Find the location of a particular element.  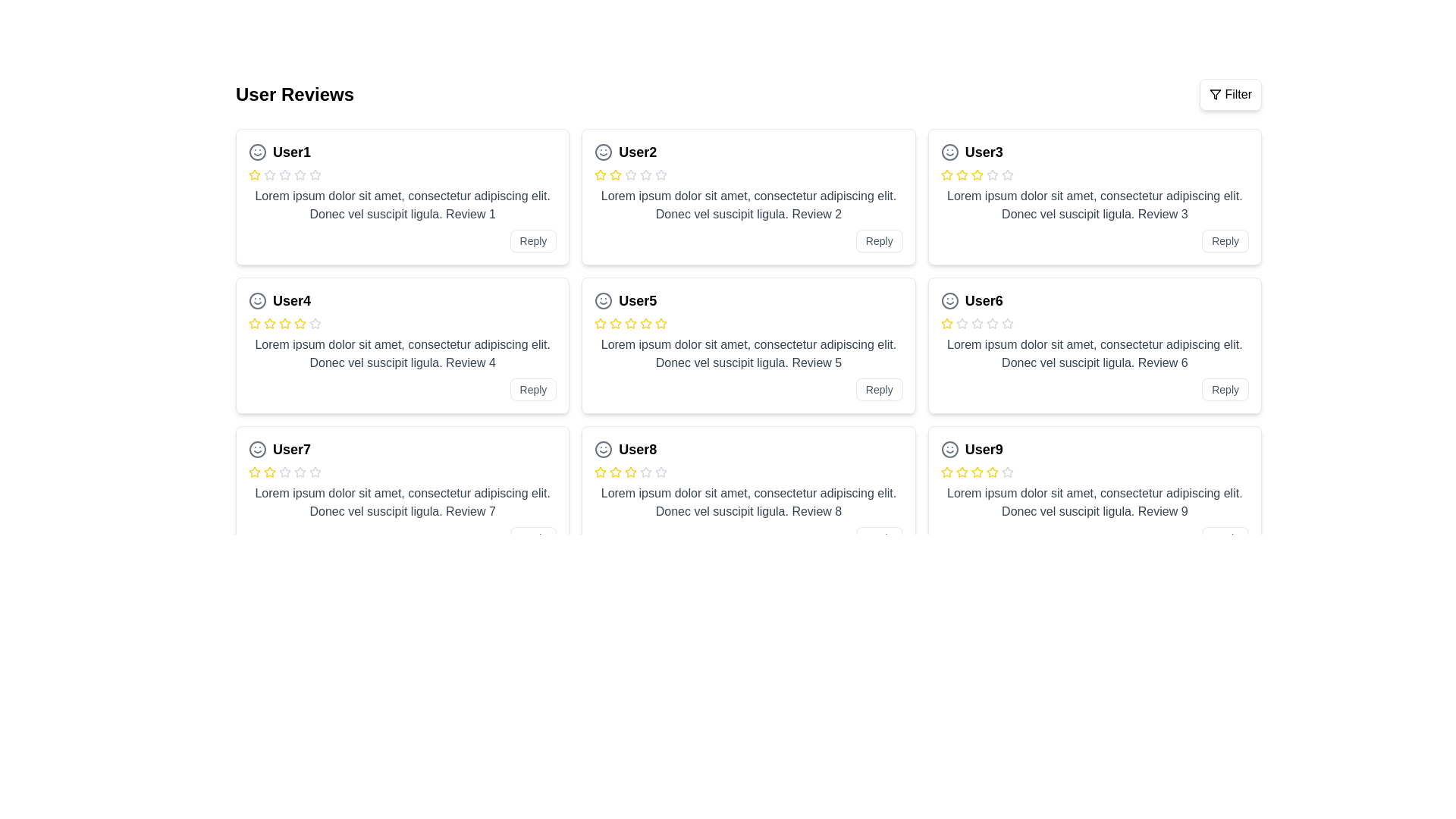

the first star in the 5-star rating system for User6's review is located at coordinates (946, 323).